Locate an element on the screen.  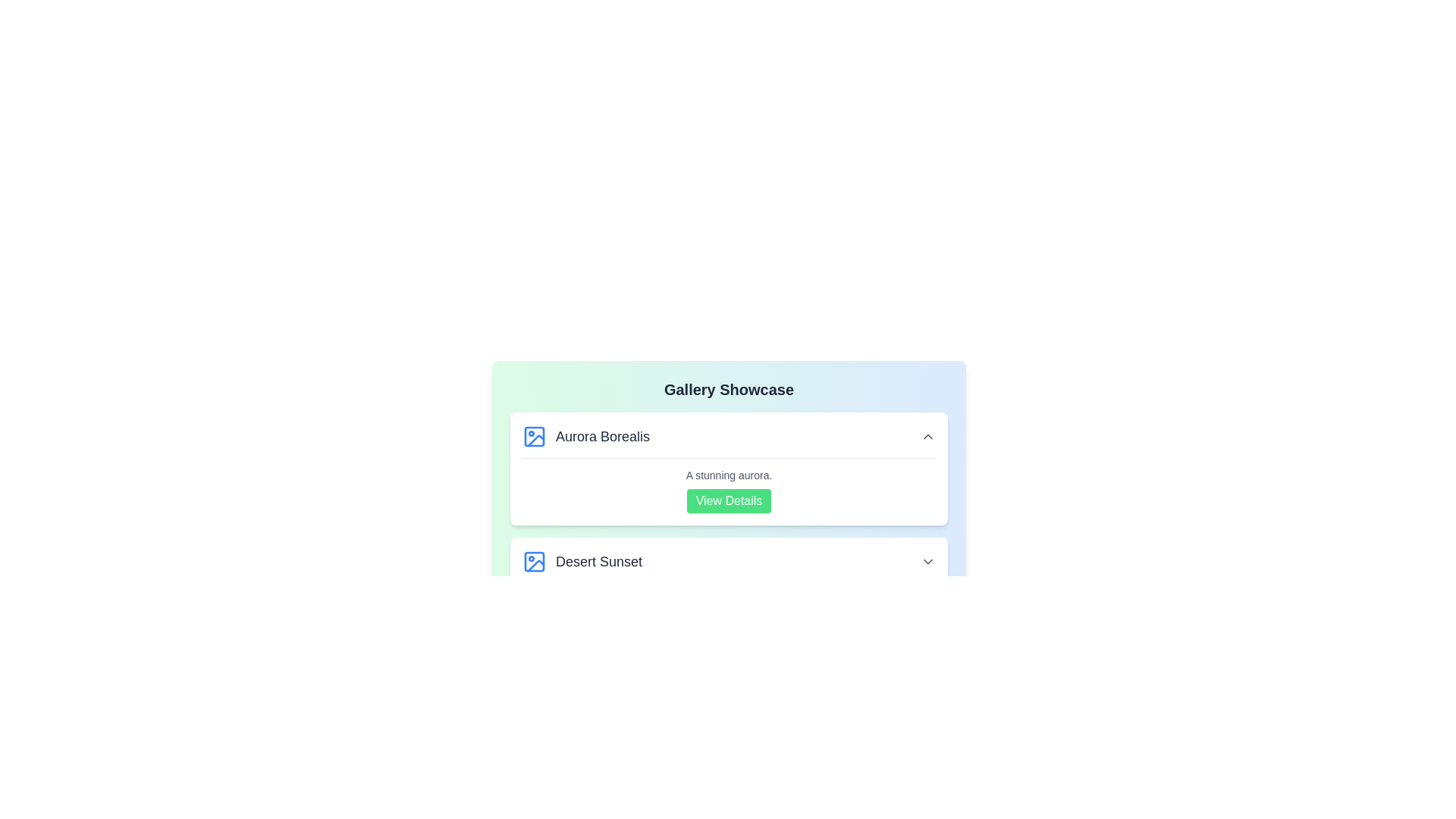
the gallery item Desert Sunset to observe its hover effect is located at coordinates (729, 561).